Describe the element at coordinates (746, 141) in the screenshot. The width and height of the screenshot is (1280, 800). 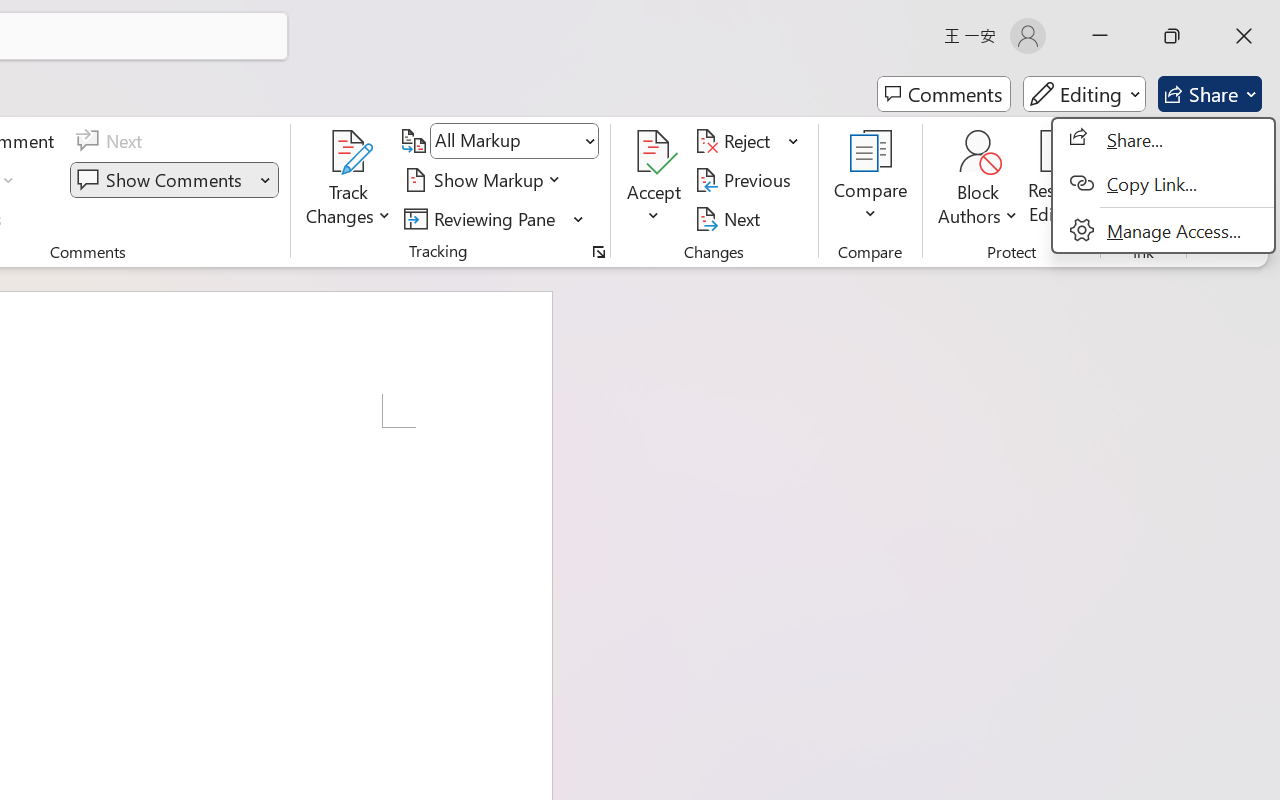
I see `'Reject'` at that location.